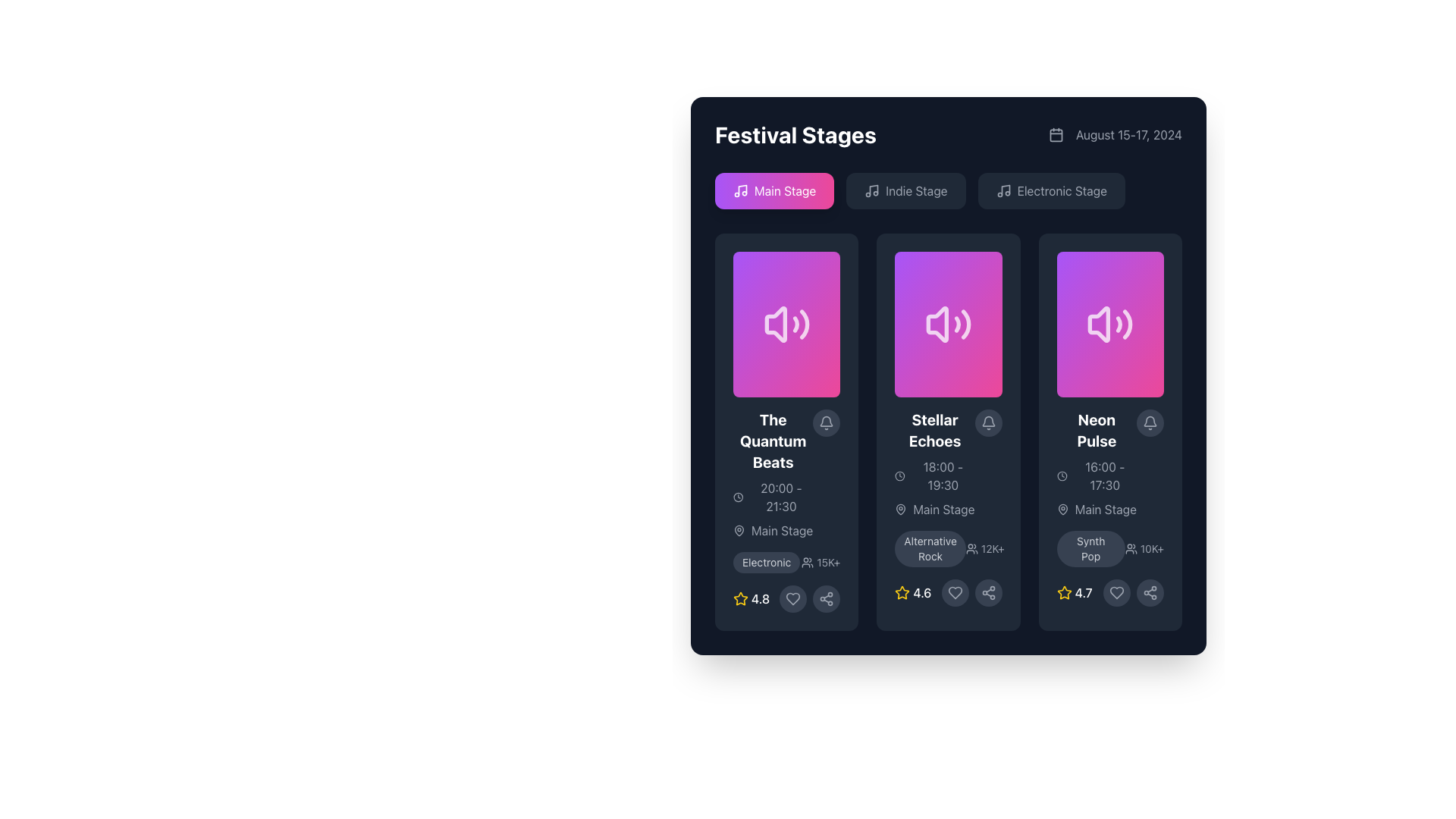 Image resolution: width=1456 pixels, height=819 pixels. What do you see at coordinates (795, 324) in the screenshot?
I see `the red arc-like graphical icon representing a sound wave, which is part of a sound-related graphic situated to the right of the speaker symbol` at bounding box center [795, 324].